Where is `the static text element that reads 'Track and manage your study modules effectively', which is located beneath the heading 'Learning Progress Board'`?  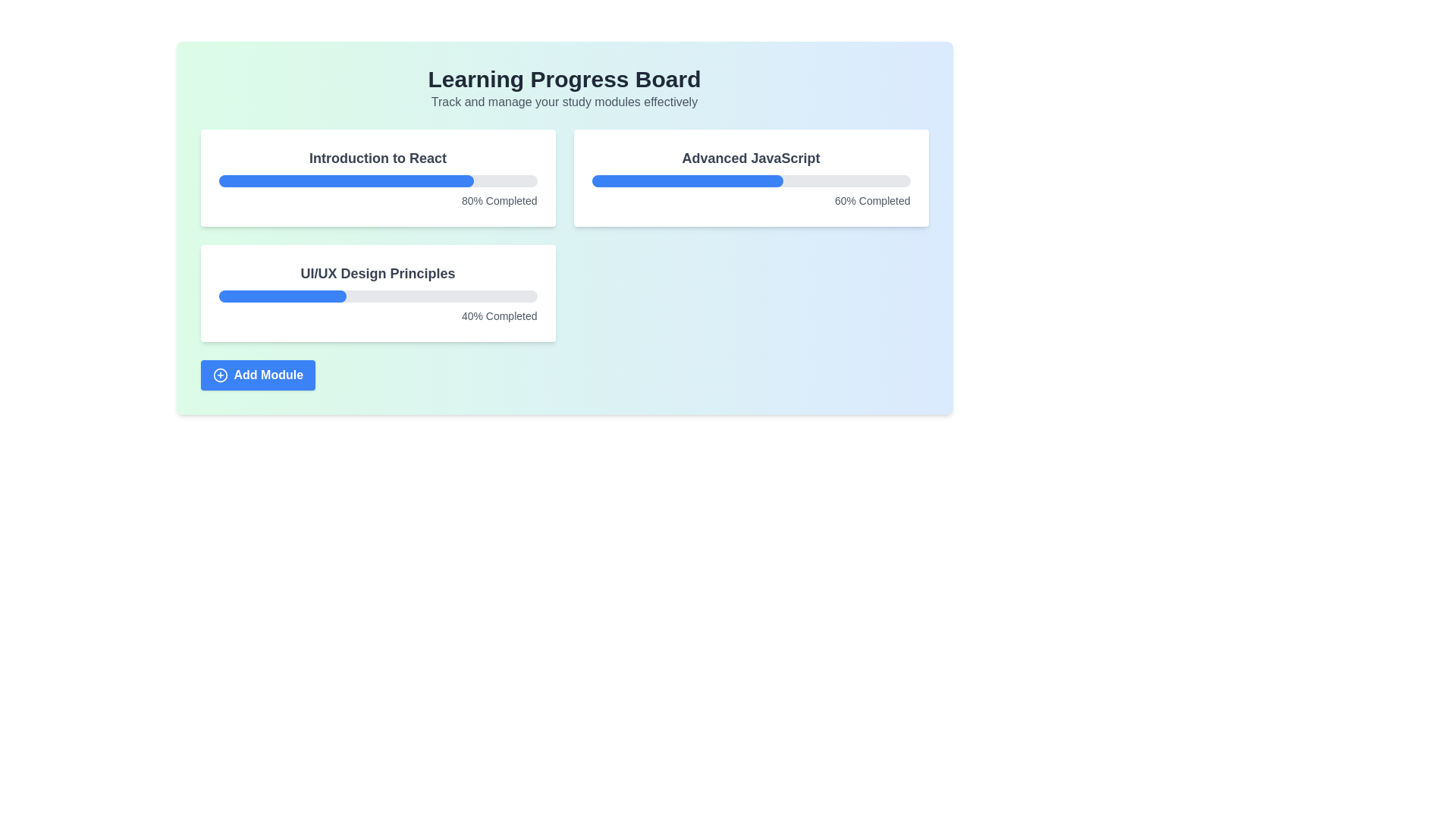
the static text element that reads 'Track and manage your study modules effectively', which is located beneath the heading 'Learning Progress Board' is located at coordinates (563, 102).